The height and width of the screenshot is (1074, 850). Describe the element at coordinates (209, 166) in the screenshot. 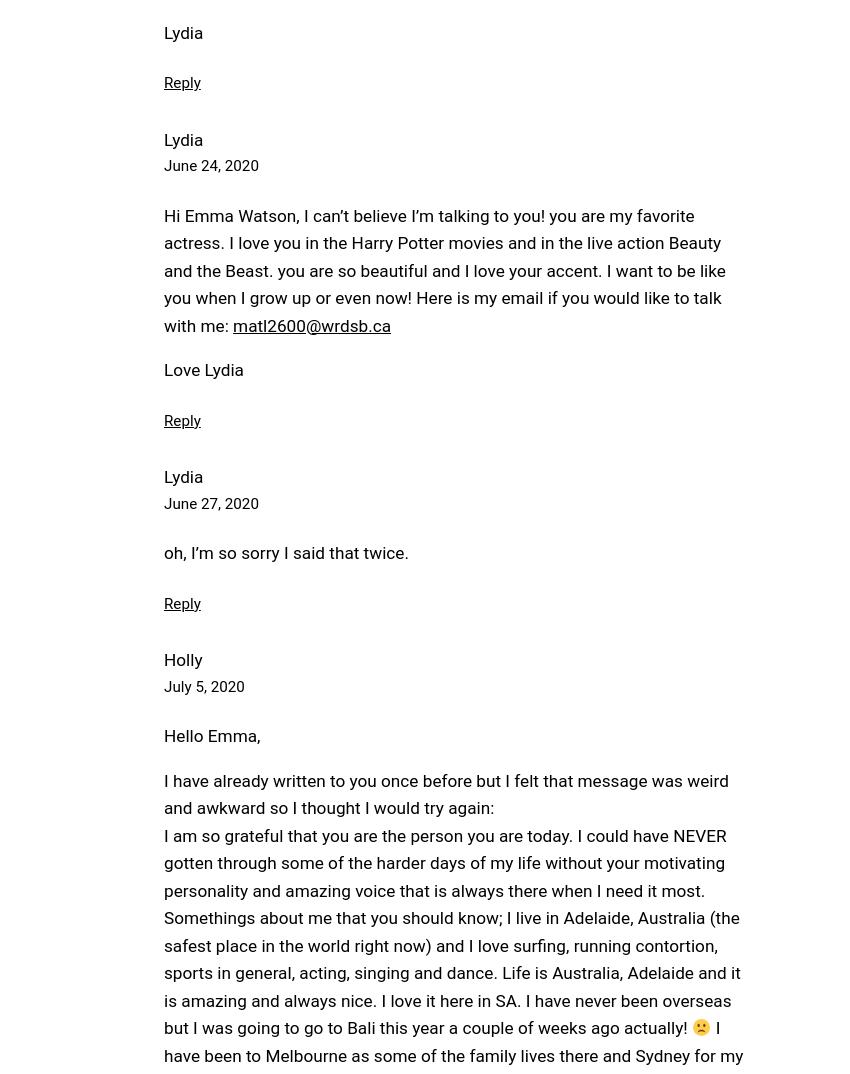

I see `'June 24, 2020'` at that location.